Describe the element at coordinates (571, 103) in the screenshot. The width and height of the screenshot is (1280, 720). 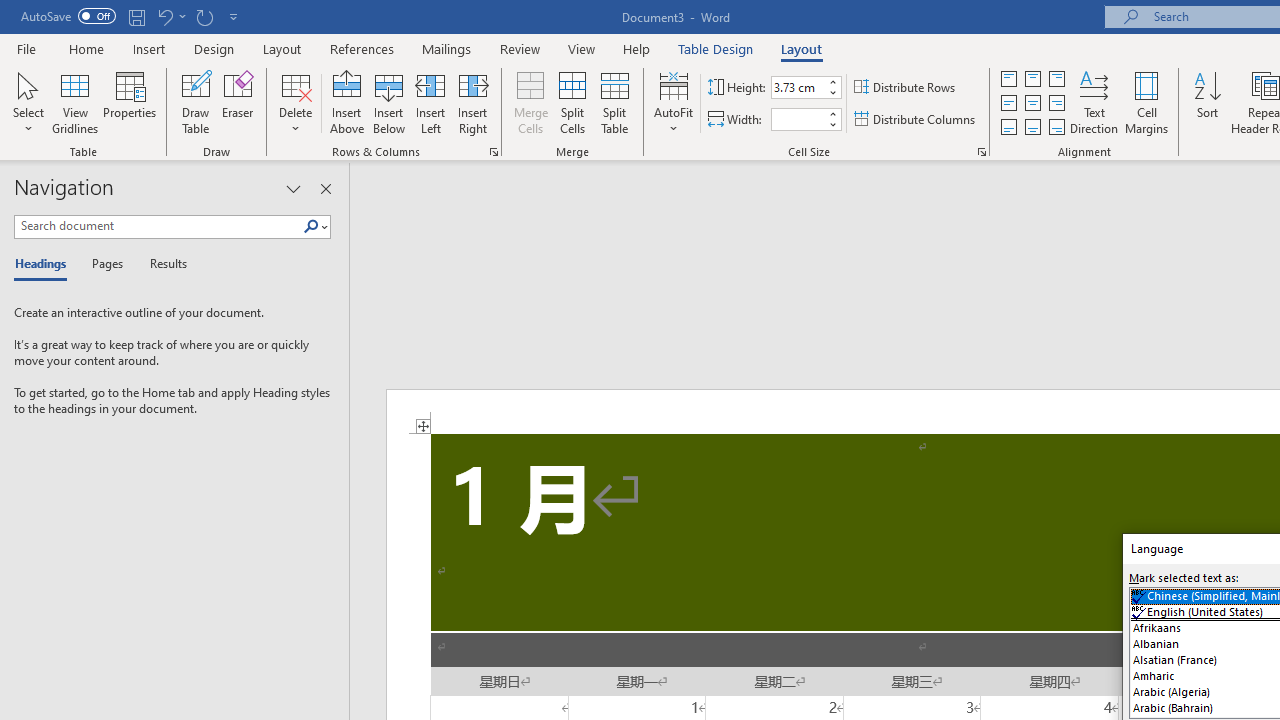
I see `'Split Cells...'` at that location.